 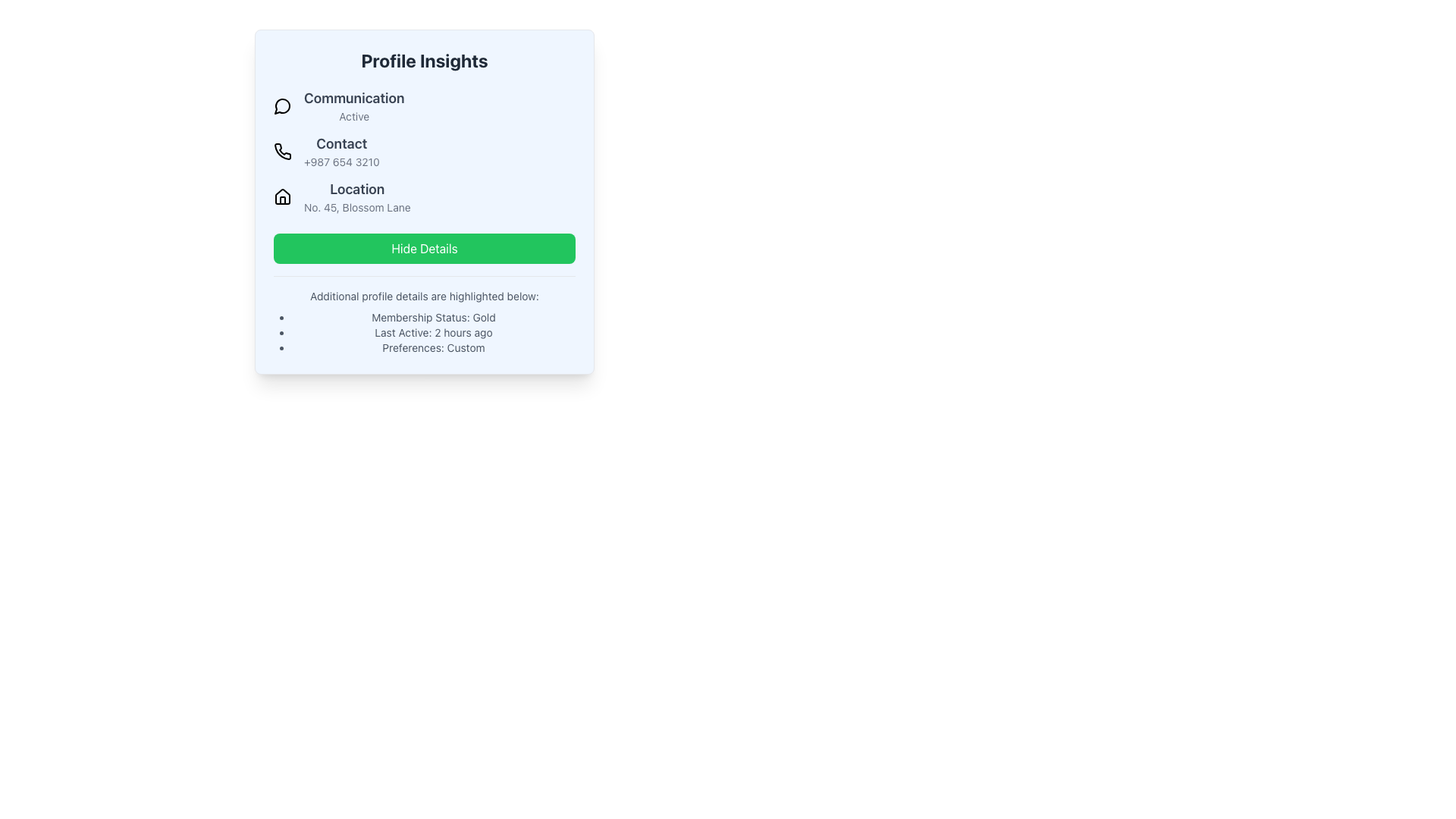 I want to click on the house icon, which is a thin, rounded line styled icon located to the left of the text 'Location' and 'No. 45, Blossom Lane', so click(x=283, y=196).